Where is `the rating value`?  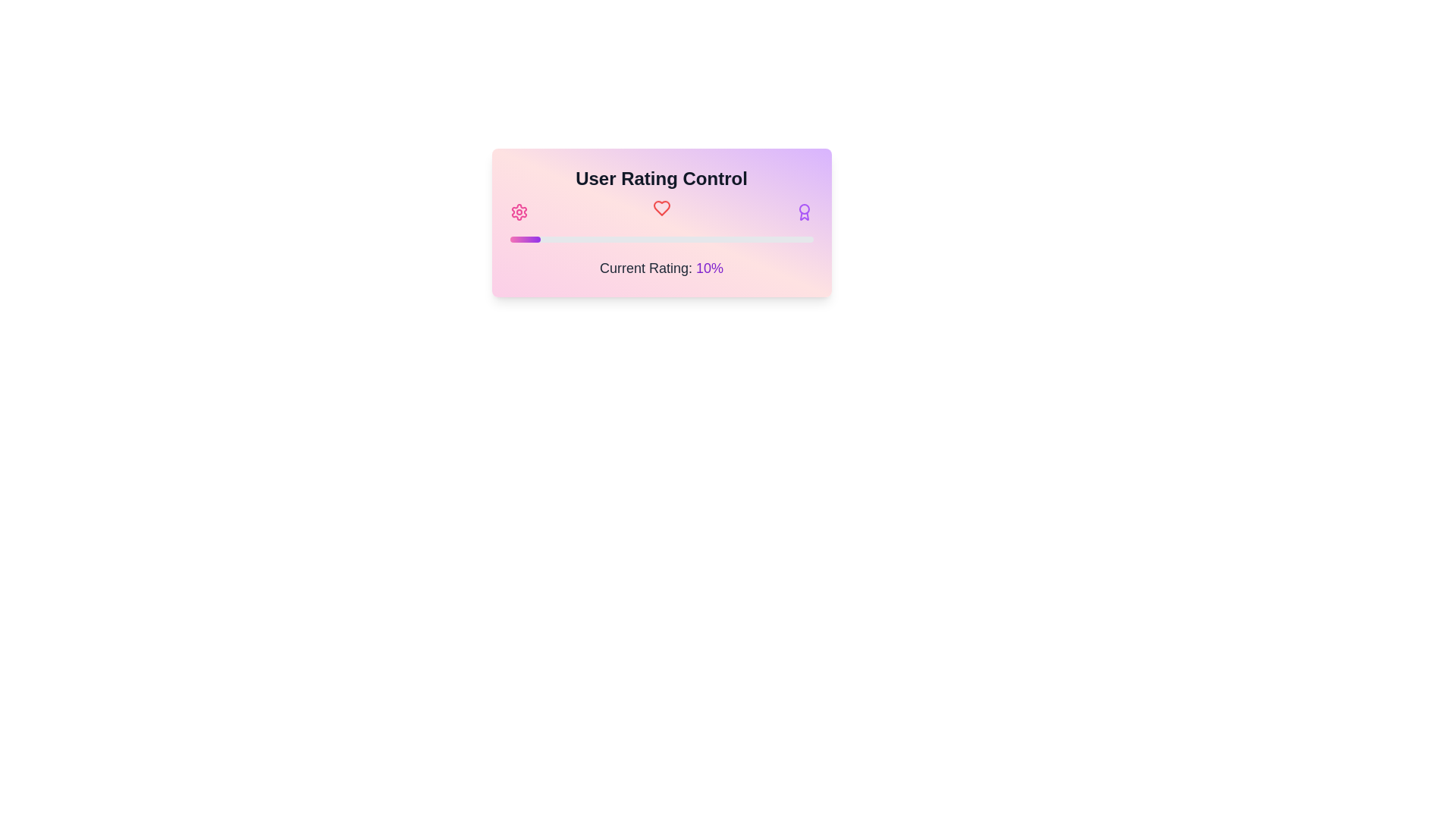
the rating value is located at coordinates (737, 212).